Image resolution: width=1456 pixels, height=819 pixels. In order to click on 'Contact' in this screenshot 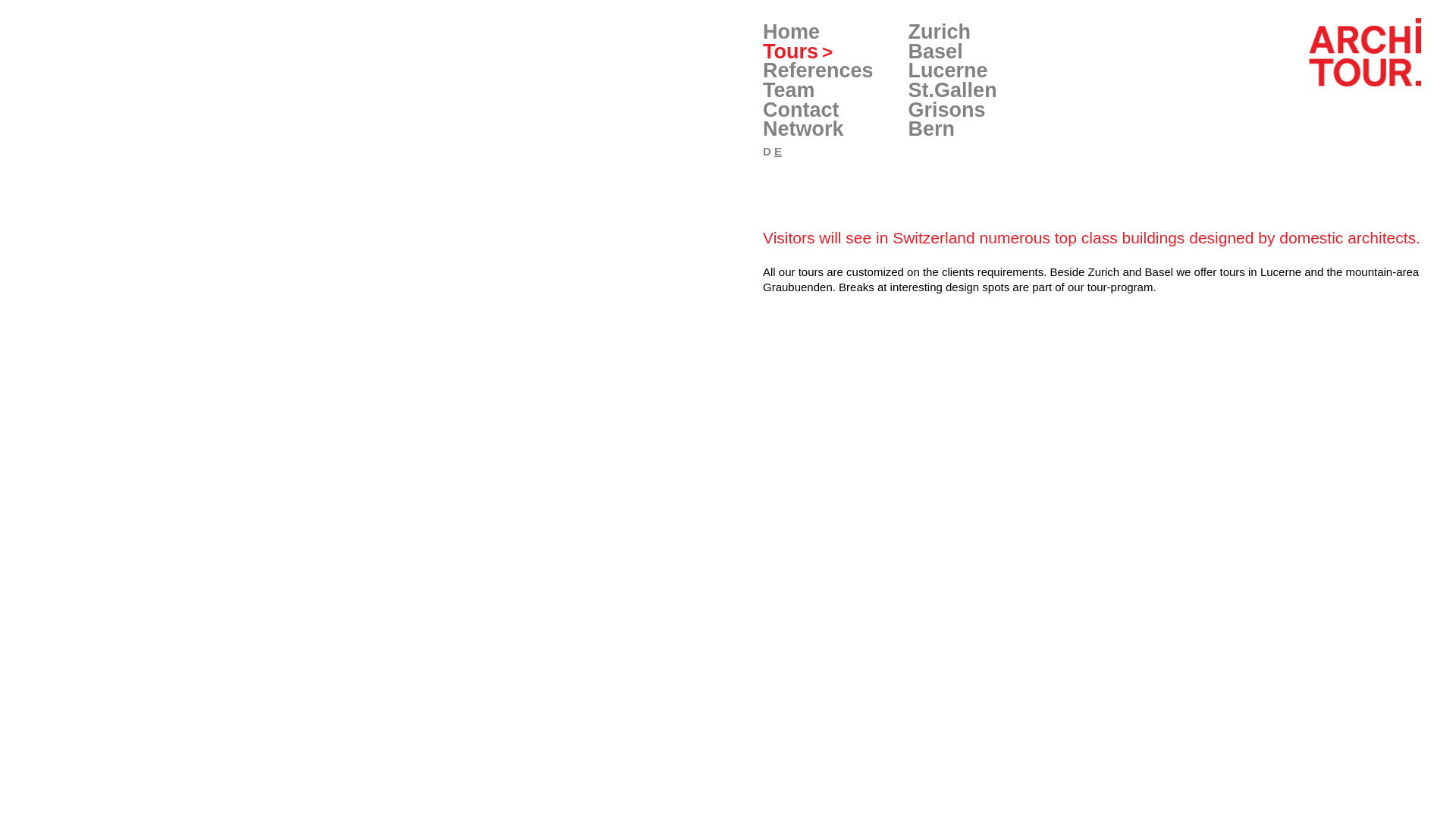, I will do `click(763, 109)`.